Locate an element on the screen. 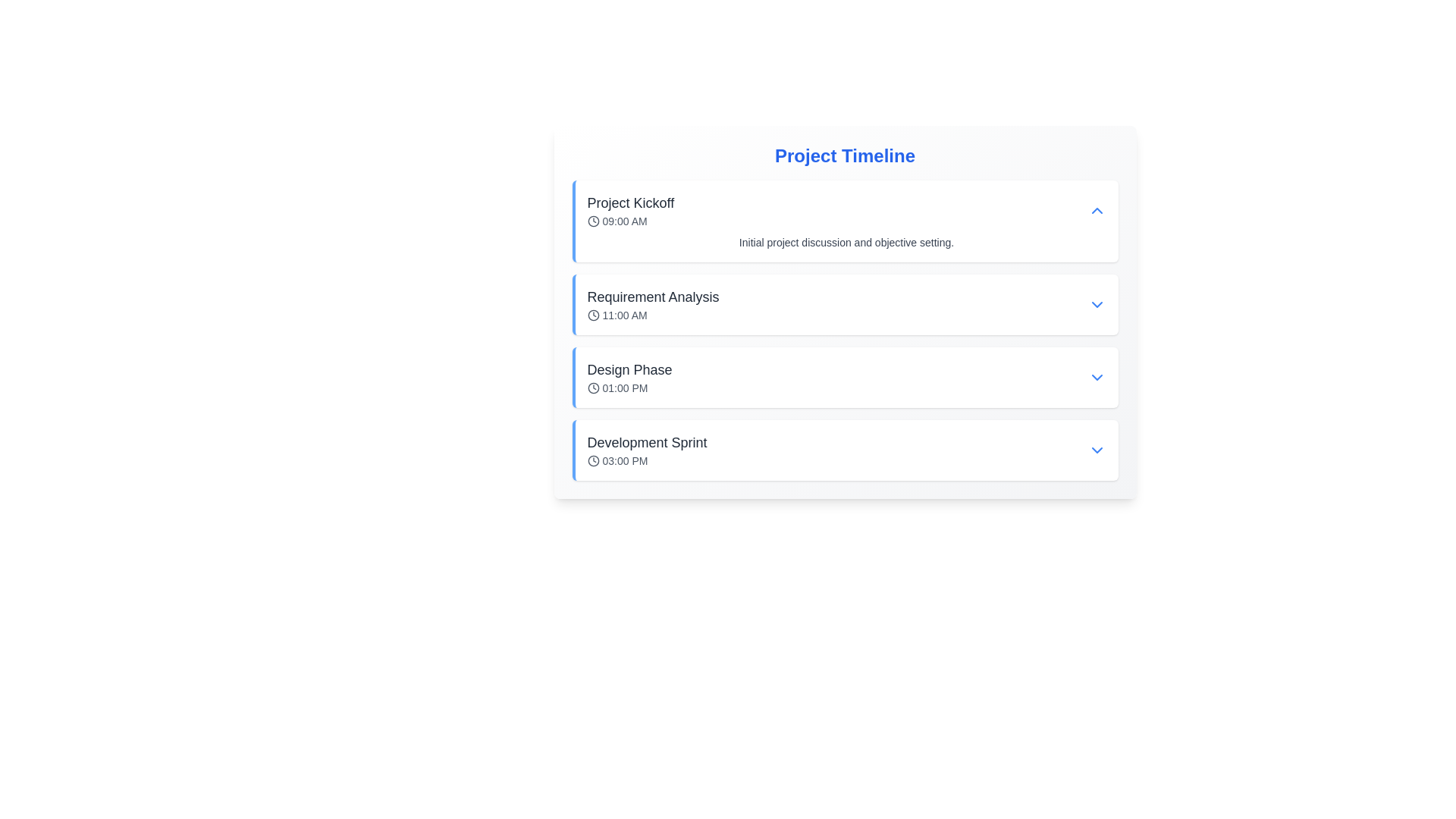 The height and width of the screenshot is (819, 1456). the explanatory text label located directly below the '09:00 AM' text in the 'Project Kickoff' section of the 'Project Timeline' interface, which is part of a rounded white card with a blue border is located at coordinates (846, 242).